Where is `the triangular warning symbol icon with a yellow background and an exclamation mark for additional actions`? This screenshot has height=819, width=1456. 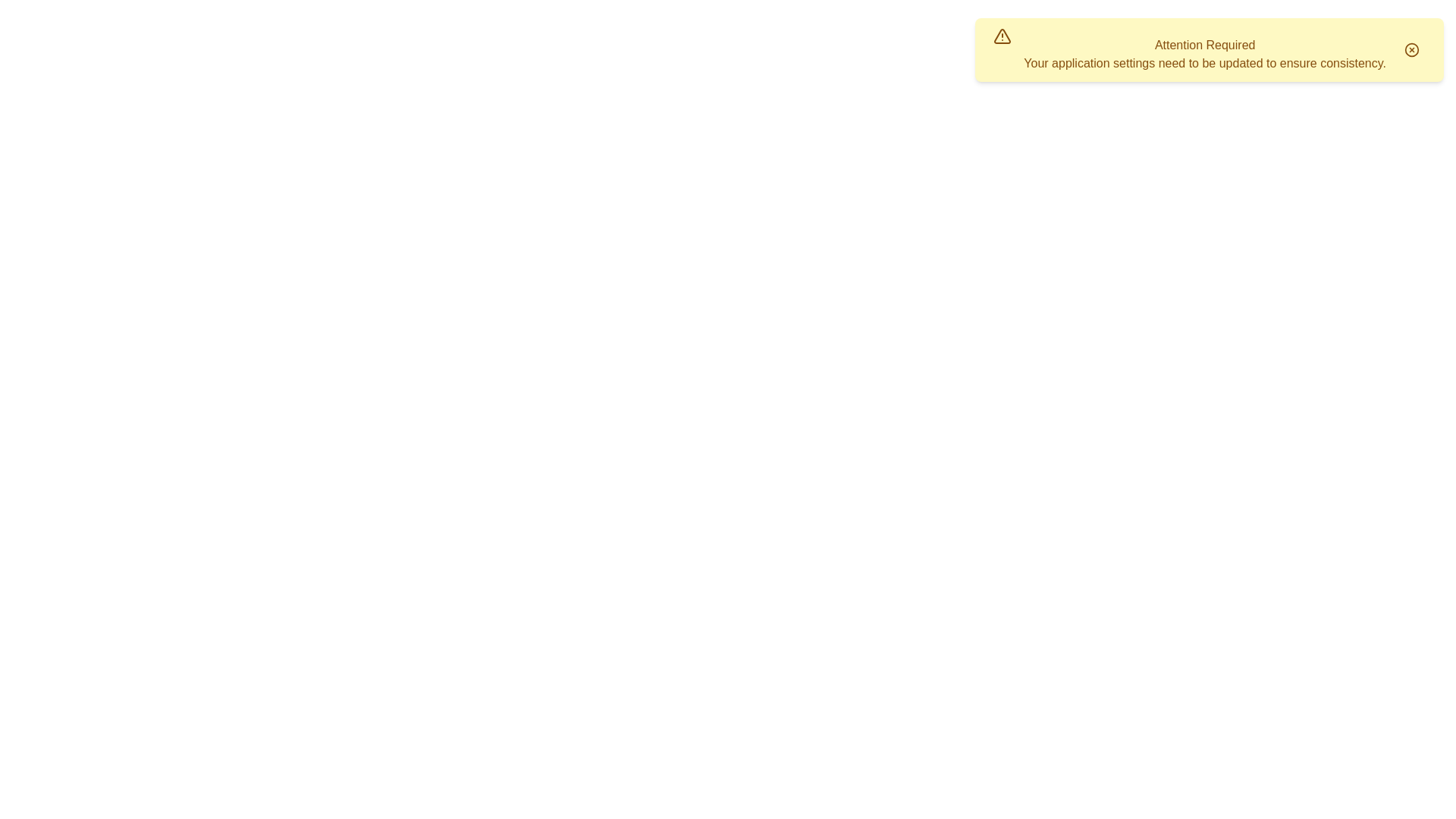 the triangular warning symbol icon with a yellow background and an exclamation mark for additional actions is located at coordinates (1003, 35).